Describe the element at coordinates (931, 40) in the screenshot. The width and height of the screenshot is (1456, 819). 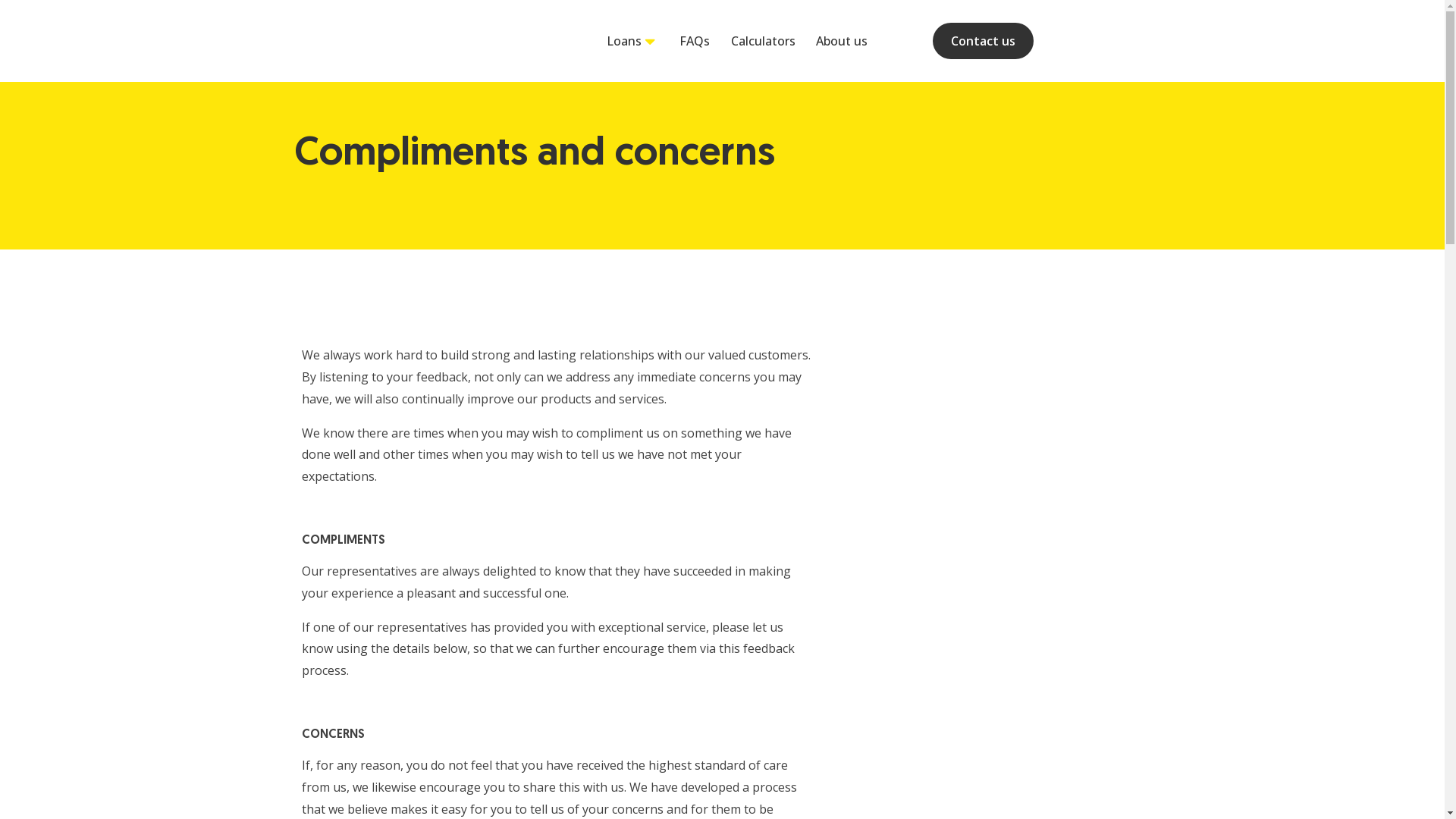
I see `'Contact us'` at that location.